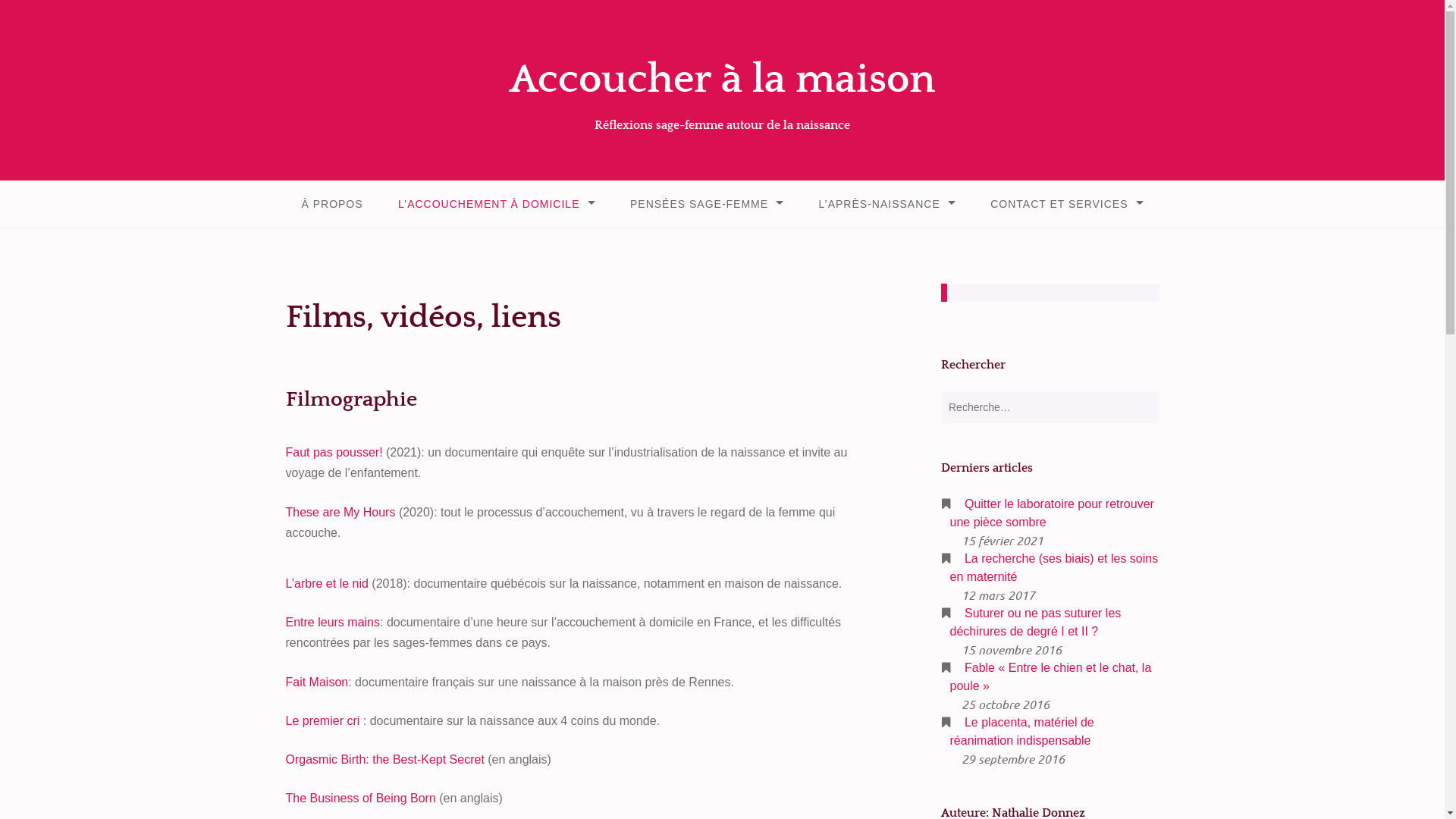  I want to click on 'Entre leurs mains', so click(331, 622).